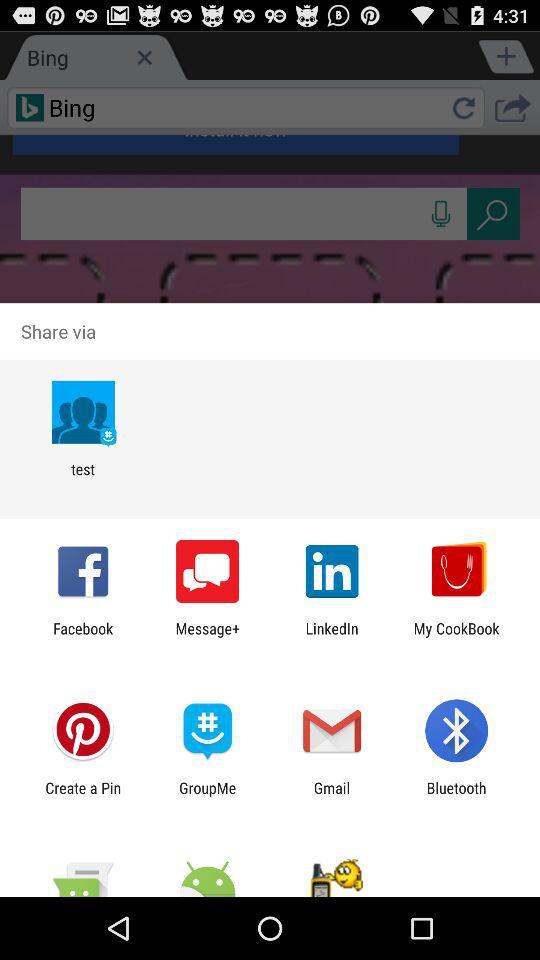 This screenshot has height=960, width=540. I want to click on item to the left of the groupme, so click(82, 796).